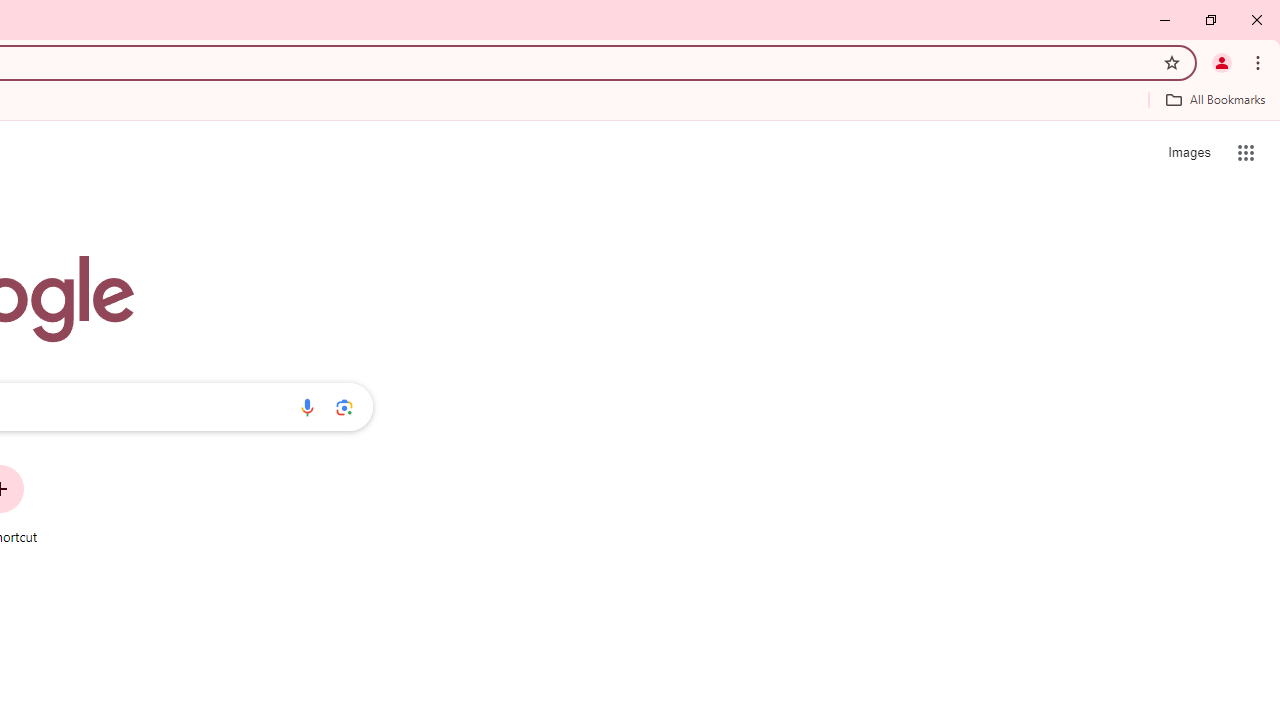  Describe the element at coordinates (1214, 99) in the screenshot. I see `'All Bookmarks'` at that location.